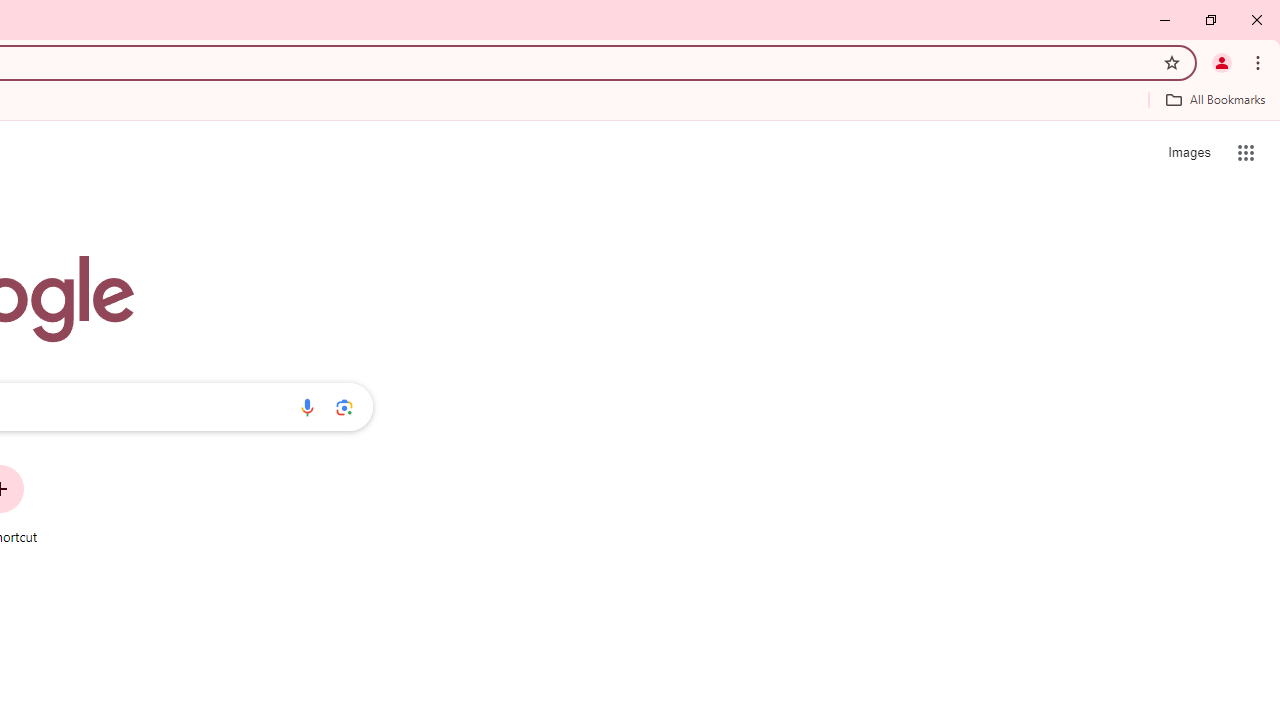  Describe the element at coordinates (1214, 99) in the screenshot. I see `'All Bookmarks'` at that location.